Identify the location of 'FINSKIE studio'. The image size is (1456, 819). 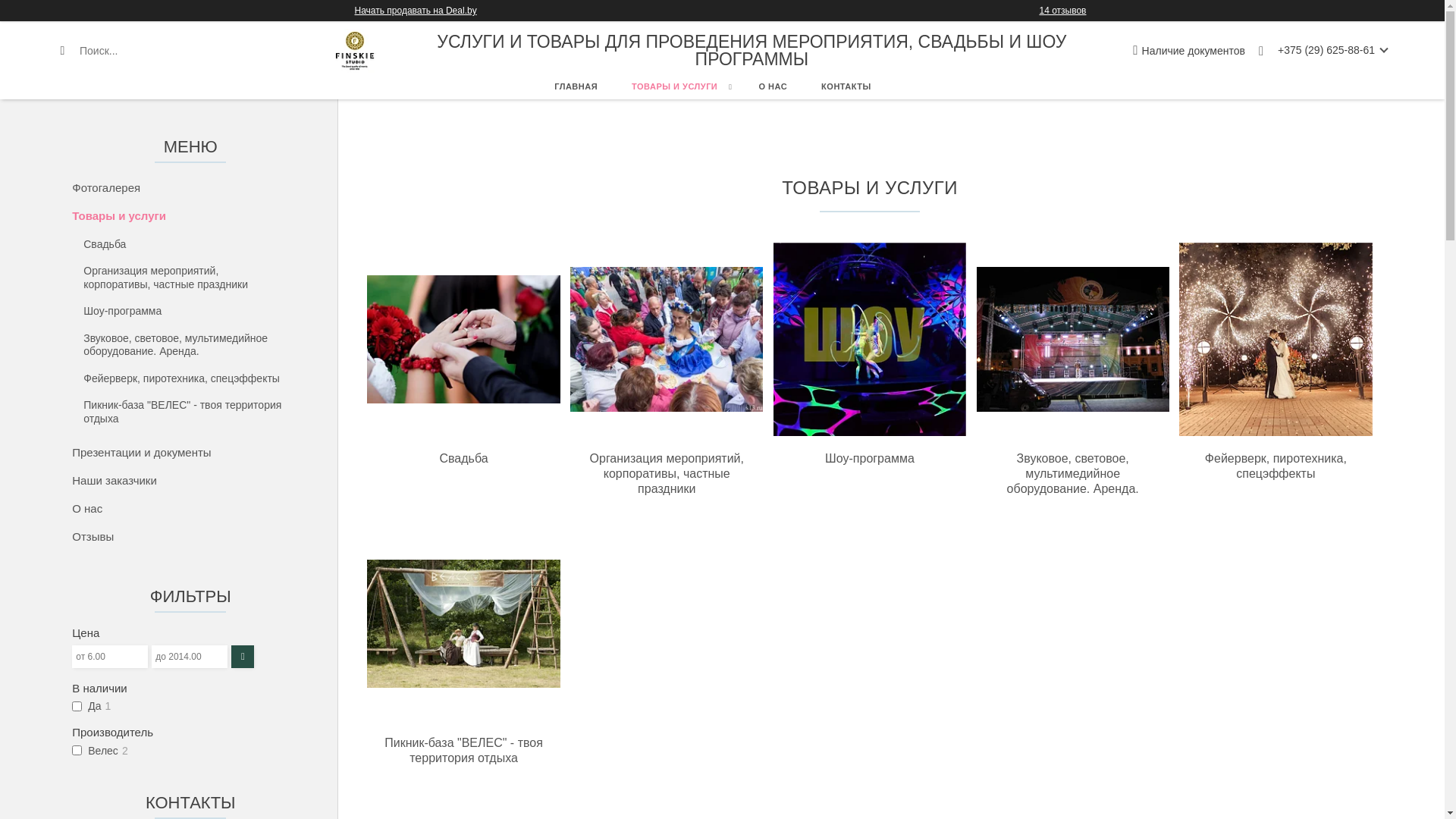
(353, 49).